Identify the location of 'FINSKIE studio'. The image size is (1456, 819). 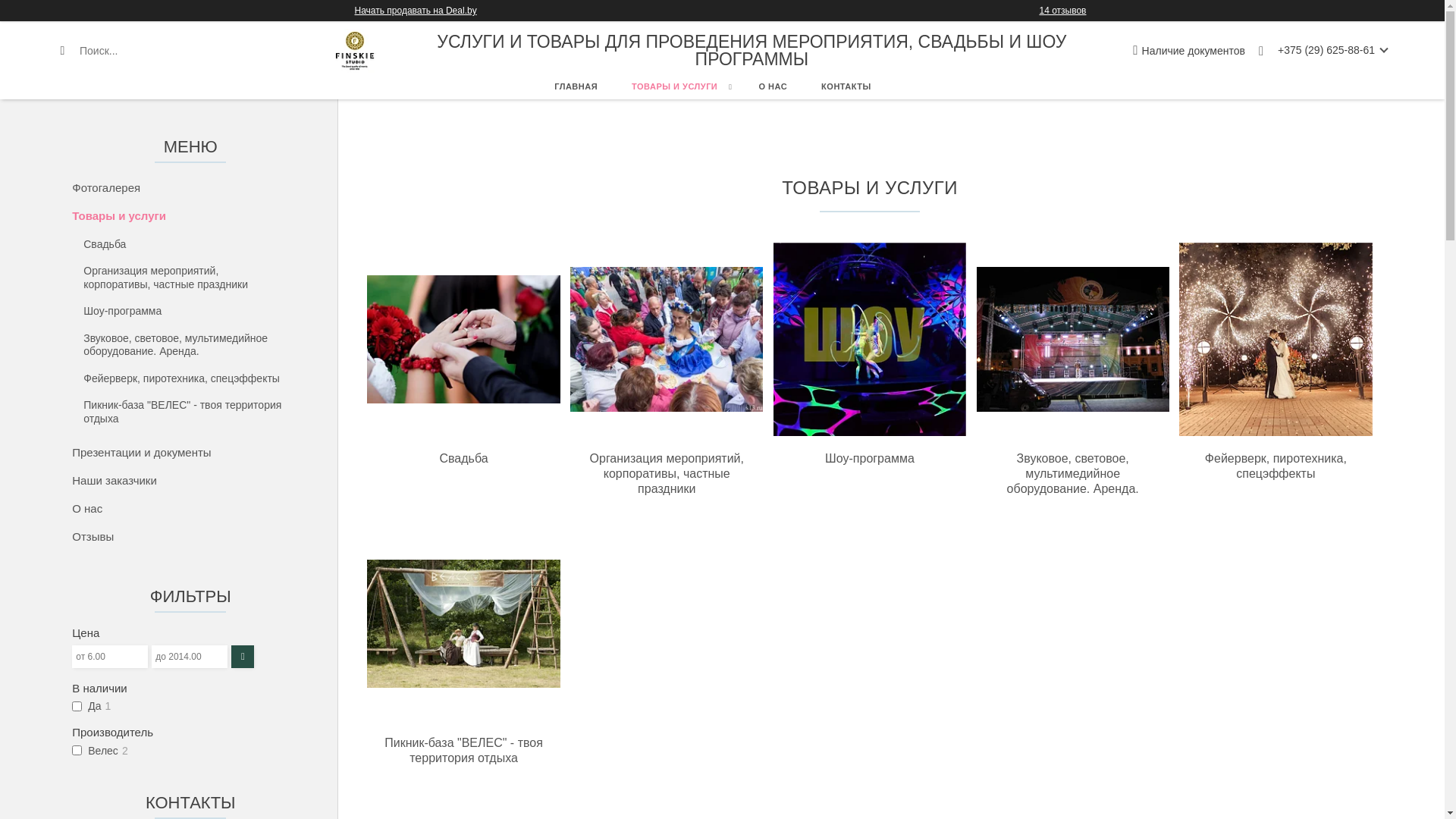
(353, 49).